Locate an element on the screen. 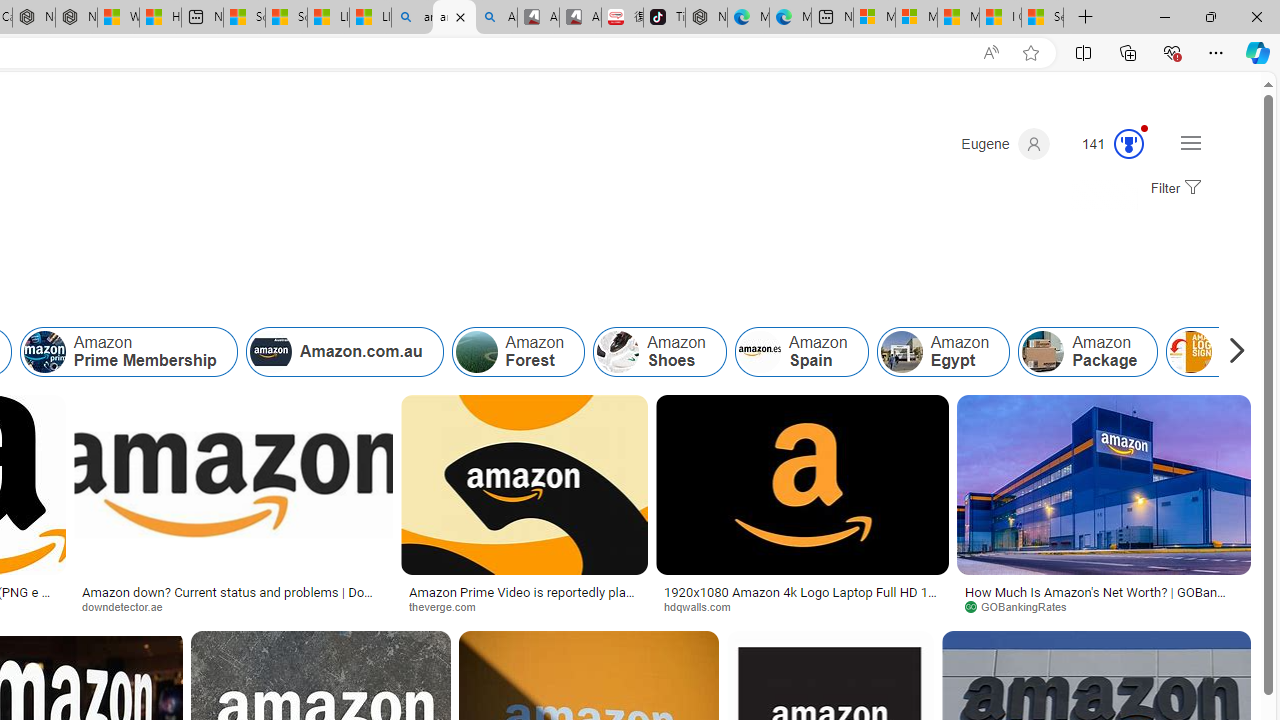 The width and height of the screenshot is (1280, 720). 'Huge shark washes ashore at New York City beach | Watch' is located at coordinates (160, 17).